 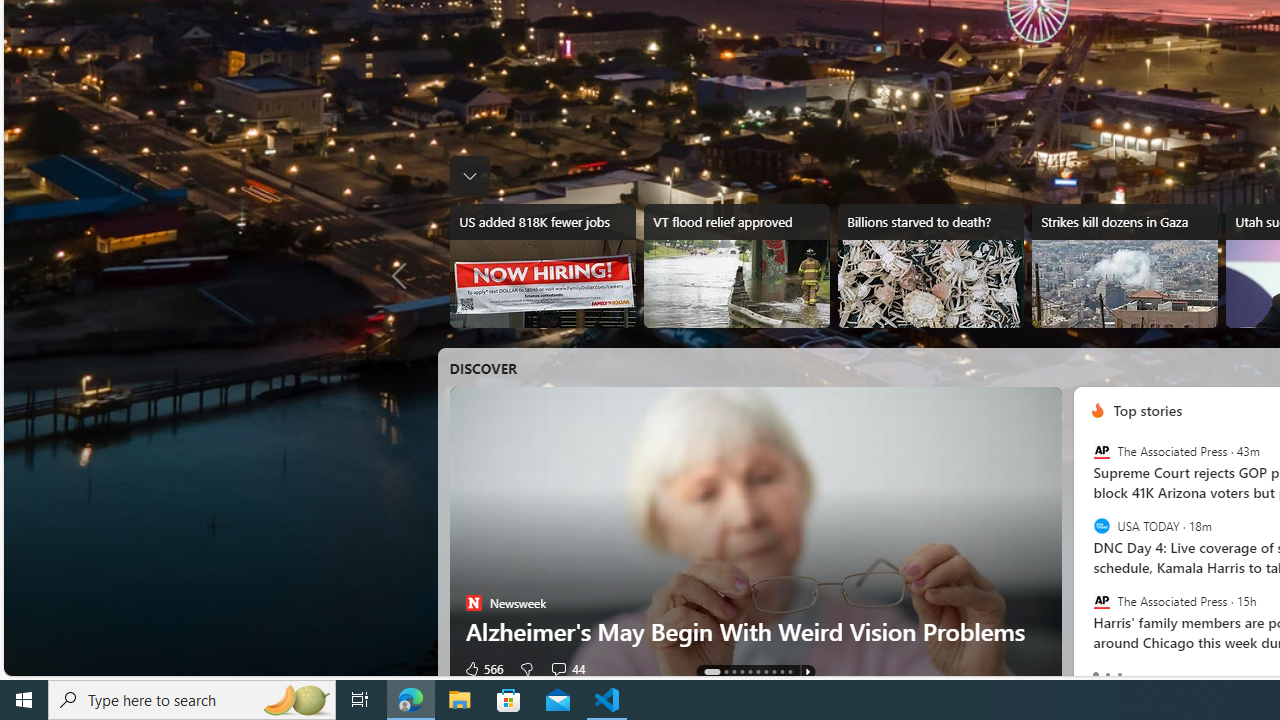 What do you see at coordinates (1124, 265) in the screenshot?
I see `'Strikes kill dozens in Gaza'` at bounding box center [1124, 265].